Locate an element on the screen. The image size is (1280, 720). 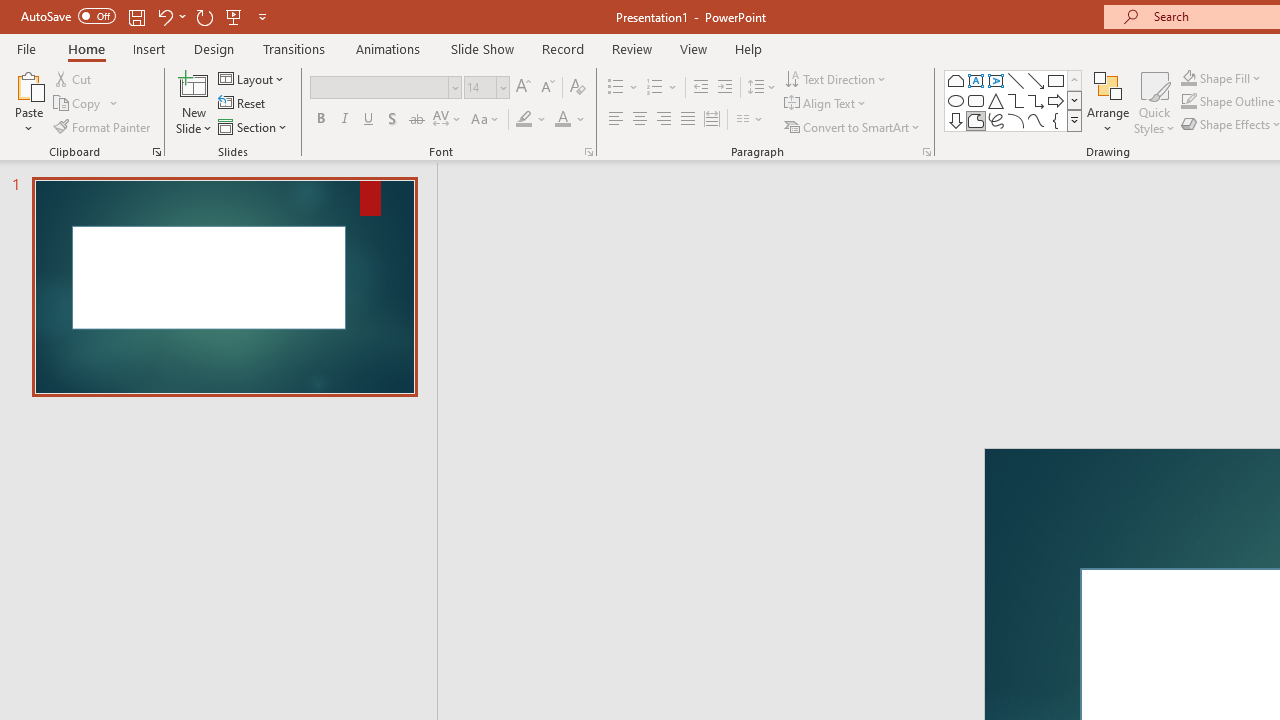
'Rectangle: Top Corners Snipped' is located at coordinates (955, 80).